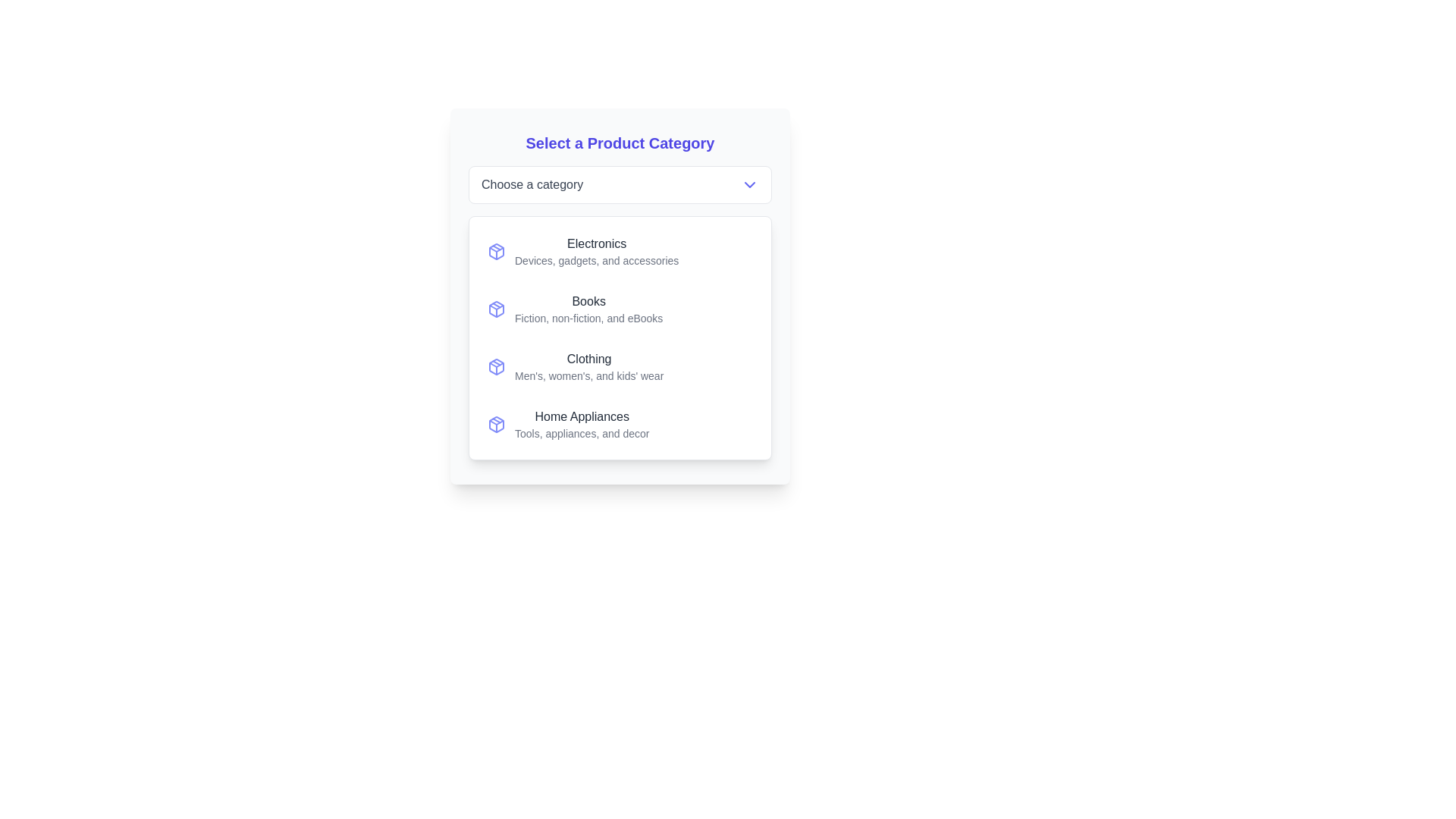 The image size is (1456, 819). Describe the element at coordinates (620, 296) in the screenshot. I see `the second item in the selectable list panel, labeled 'Books'` at that location.